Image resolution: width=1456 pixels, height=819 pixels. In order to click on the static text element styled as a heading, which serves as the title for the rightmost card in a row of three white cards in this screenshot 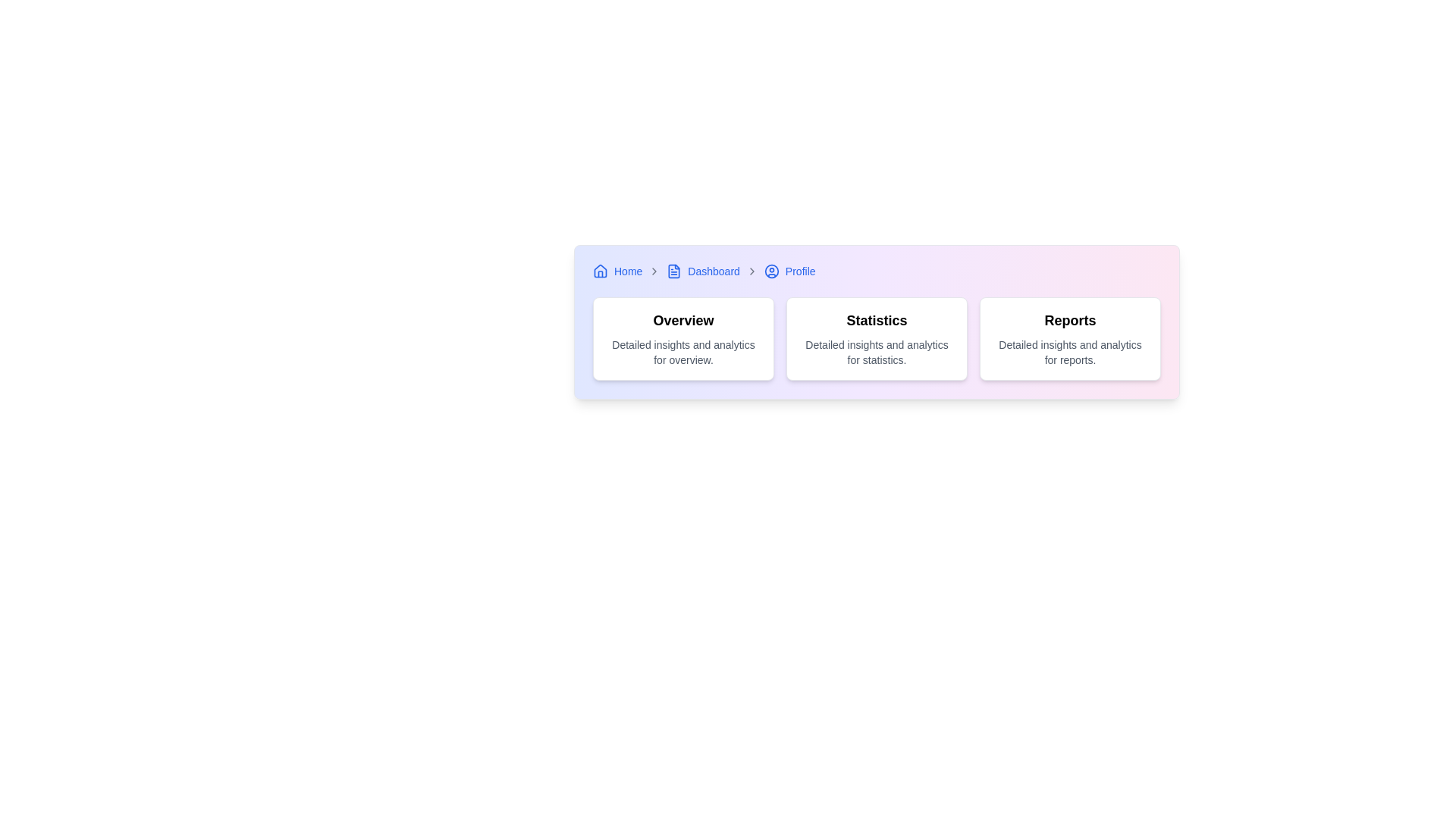, I will do `click(1069, 320)`.